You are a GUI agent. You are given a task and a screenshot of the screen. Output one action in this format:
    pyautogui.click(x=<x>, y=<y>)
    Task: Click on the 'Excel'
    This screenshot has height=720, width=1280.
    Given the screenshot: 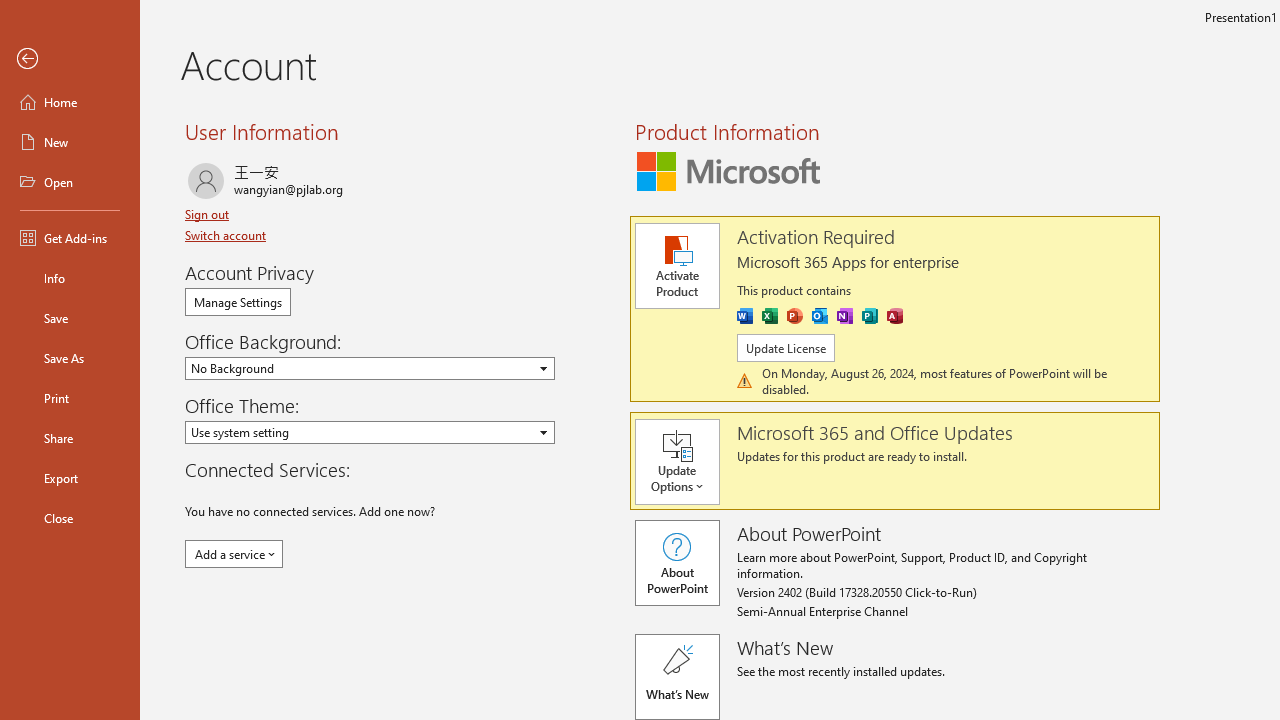 What is the action you would take?
    pyautogui.click(x=768, y=315)
    